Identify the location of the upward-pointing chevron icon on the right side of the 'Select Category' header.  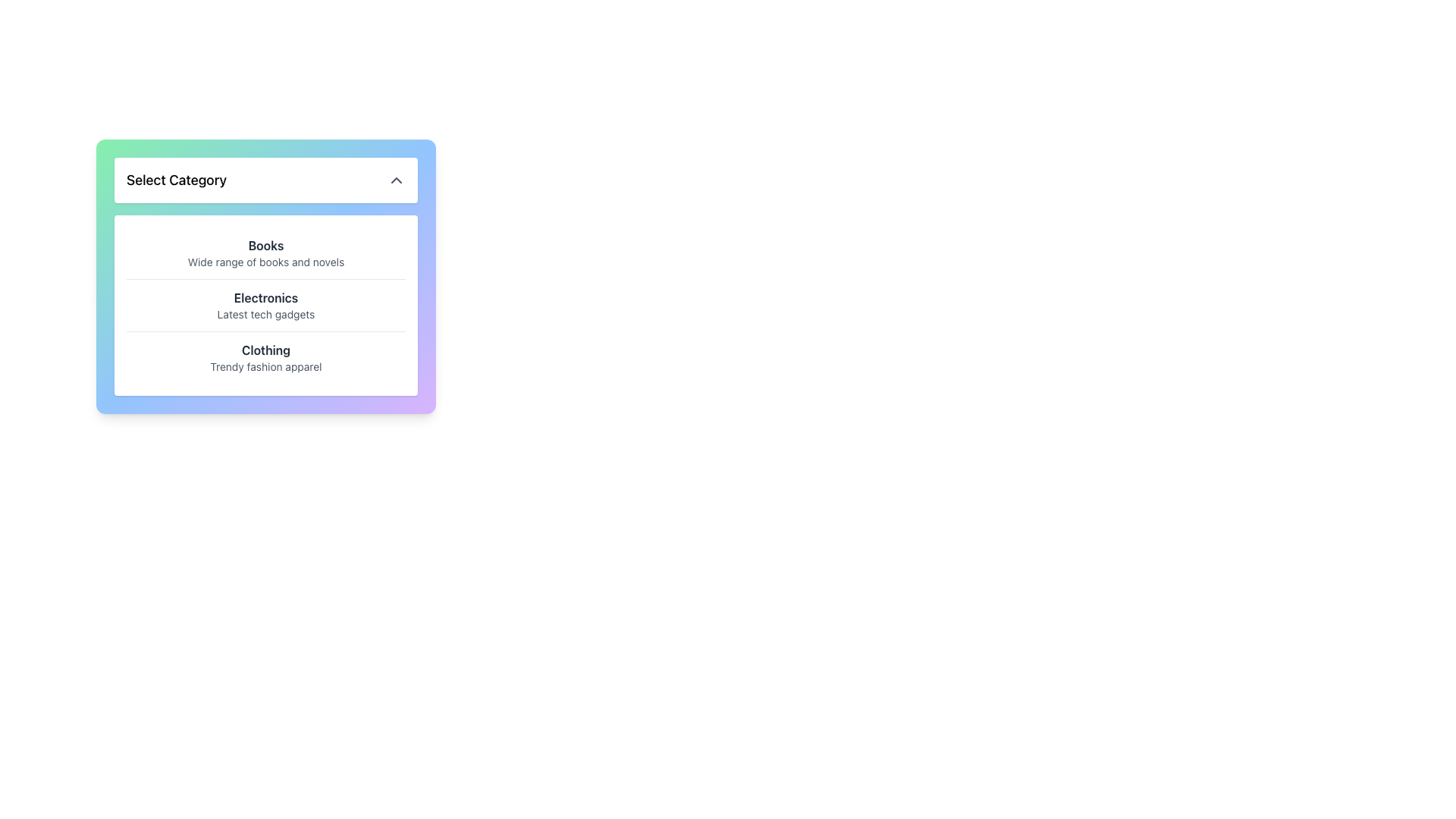
(397, 180).